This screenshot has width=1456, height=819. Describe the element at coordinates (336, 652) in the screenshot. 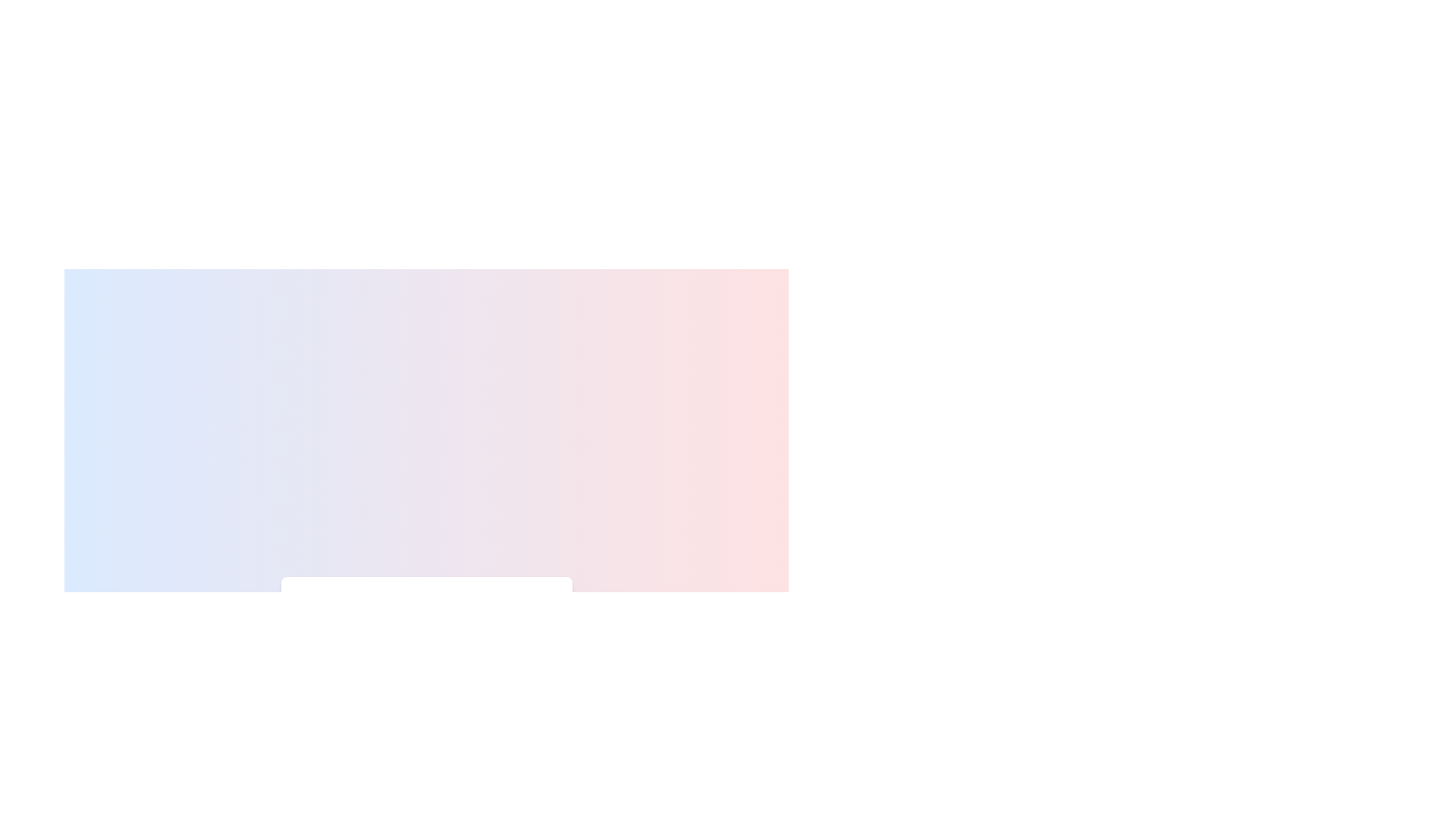

I see `the temperature to 15°C using the slider` at that location.